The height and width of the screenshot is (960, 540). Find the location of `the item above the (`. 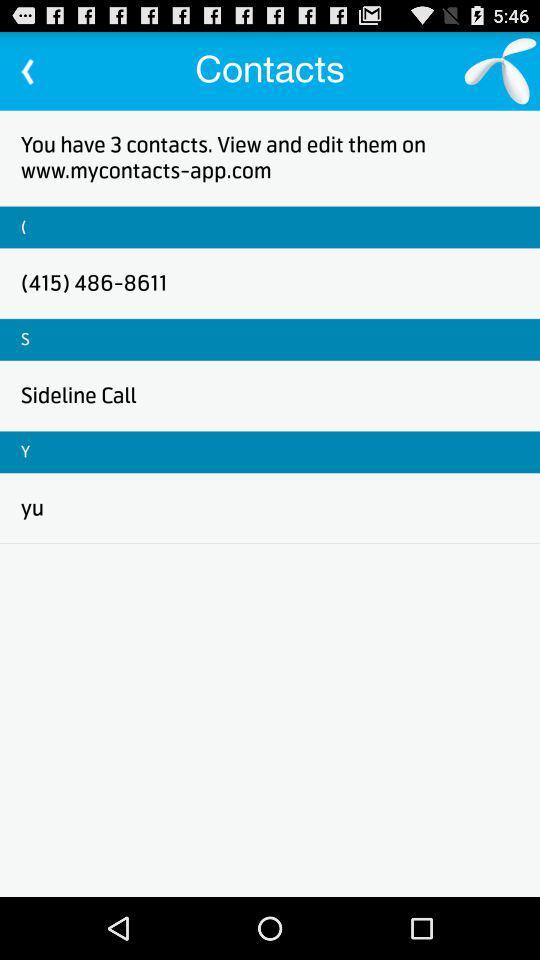

the item above the ( is located at coordinates (270, 156).